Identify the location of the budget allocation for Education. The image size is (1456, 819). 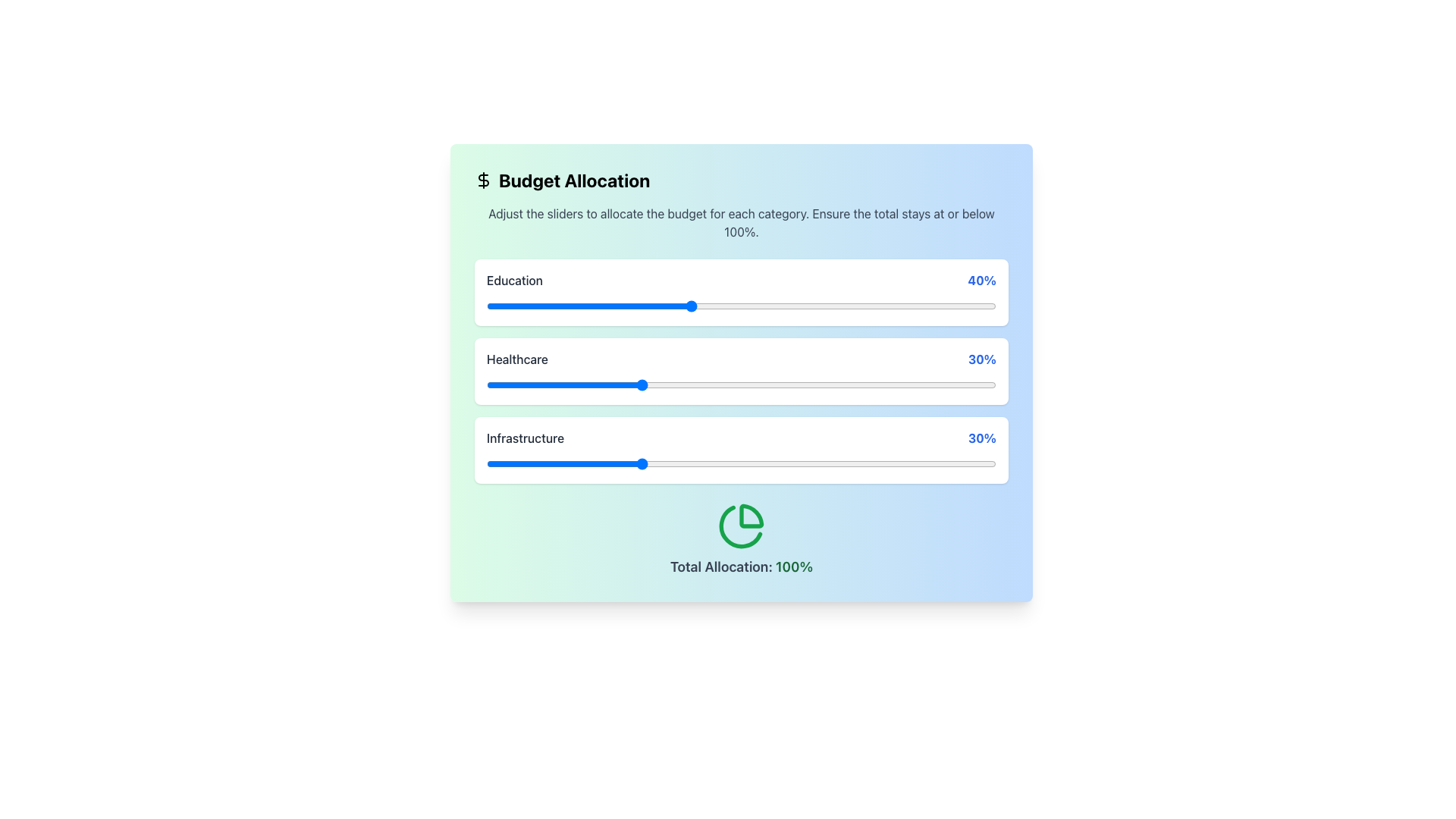
(874, 306).